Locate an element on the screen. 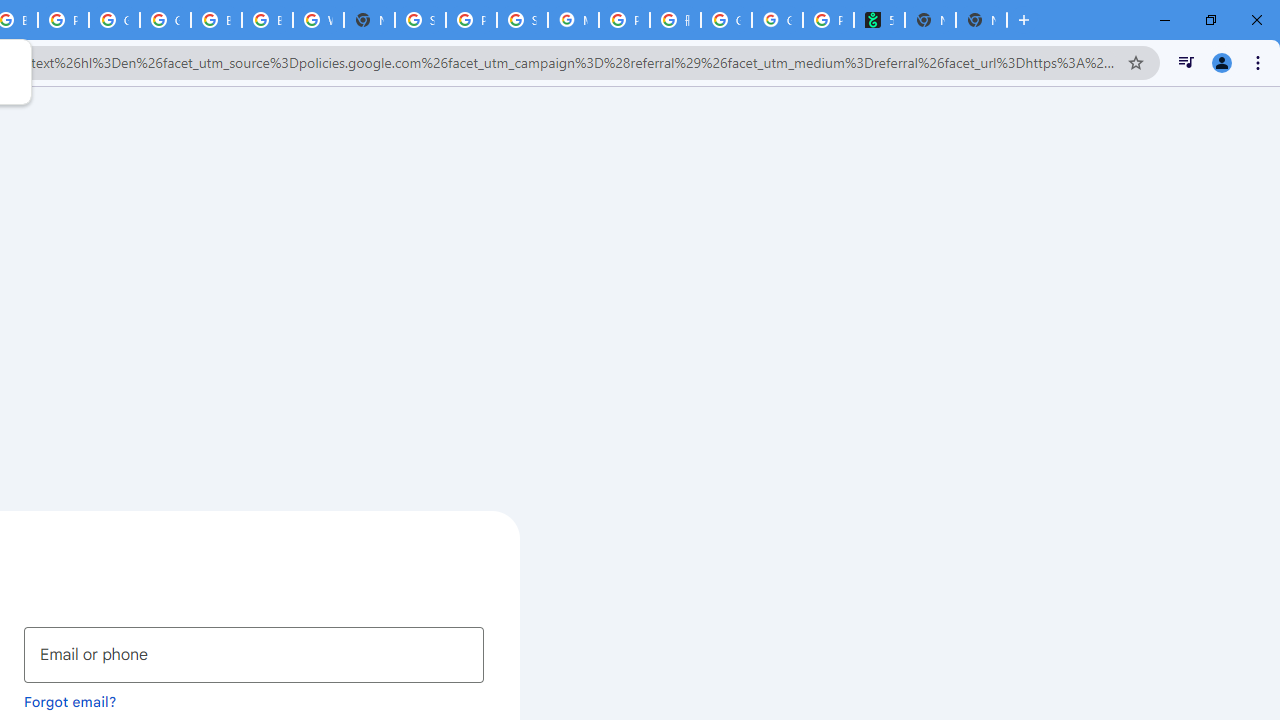 The width and height of the screenshot is (1280, 720). 'Email or phone' is located at coordinates (253, 654).